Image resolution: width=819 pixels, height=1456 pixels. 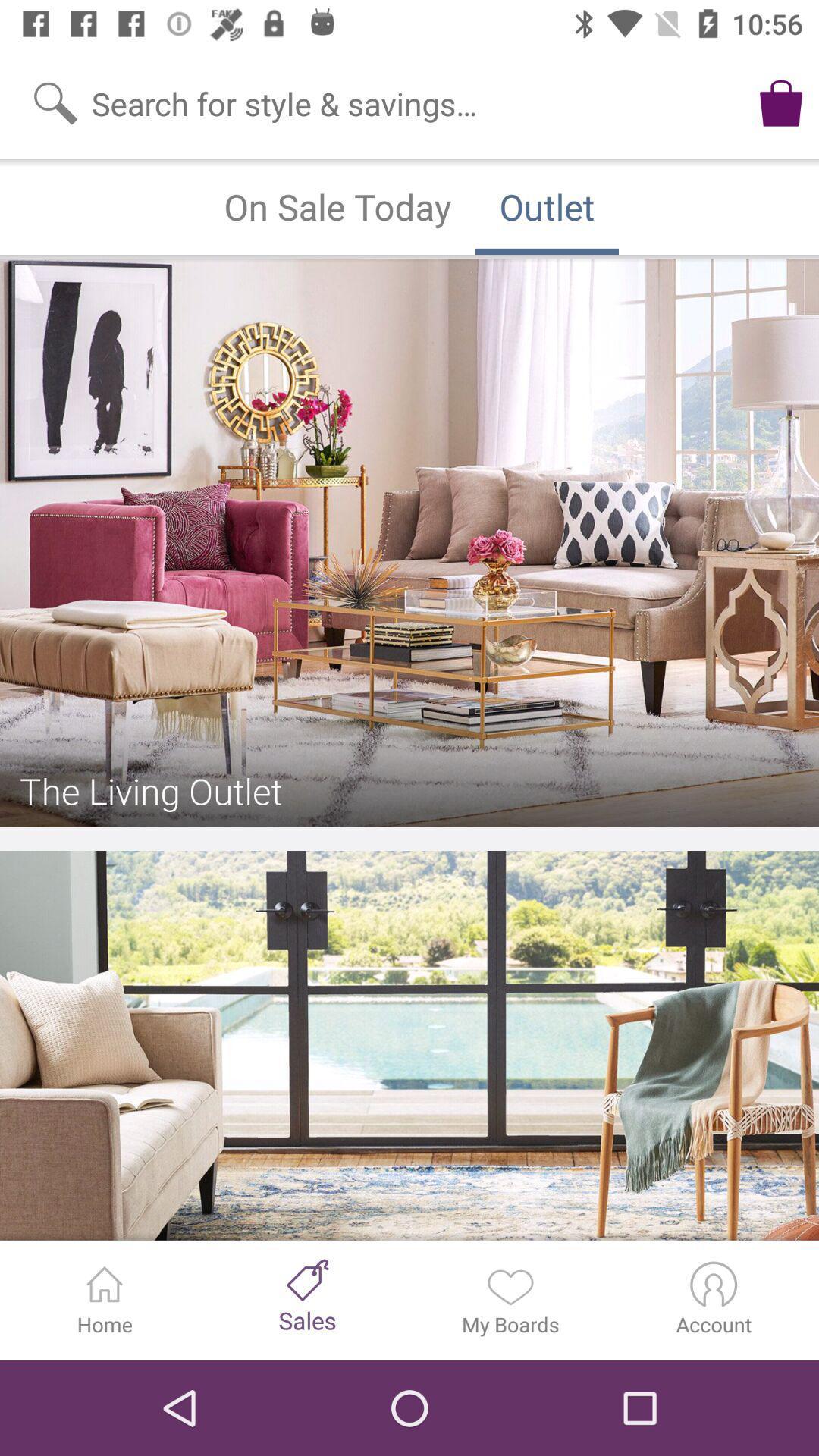 I want to click on home along with symbol at the bottom, so click(x=104, y=1299).